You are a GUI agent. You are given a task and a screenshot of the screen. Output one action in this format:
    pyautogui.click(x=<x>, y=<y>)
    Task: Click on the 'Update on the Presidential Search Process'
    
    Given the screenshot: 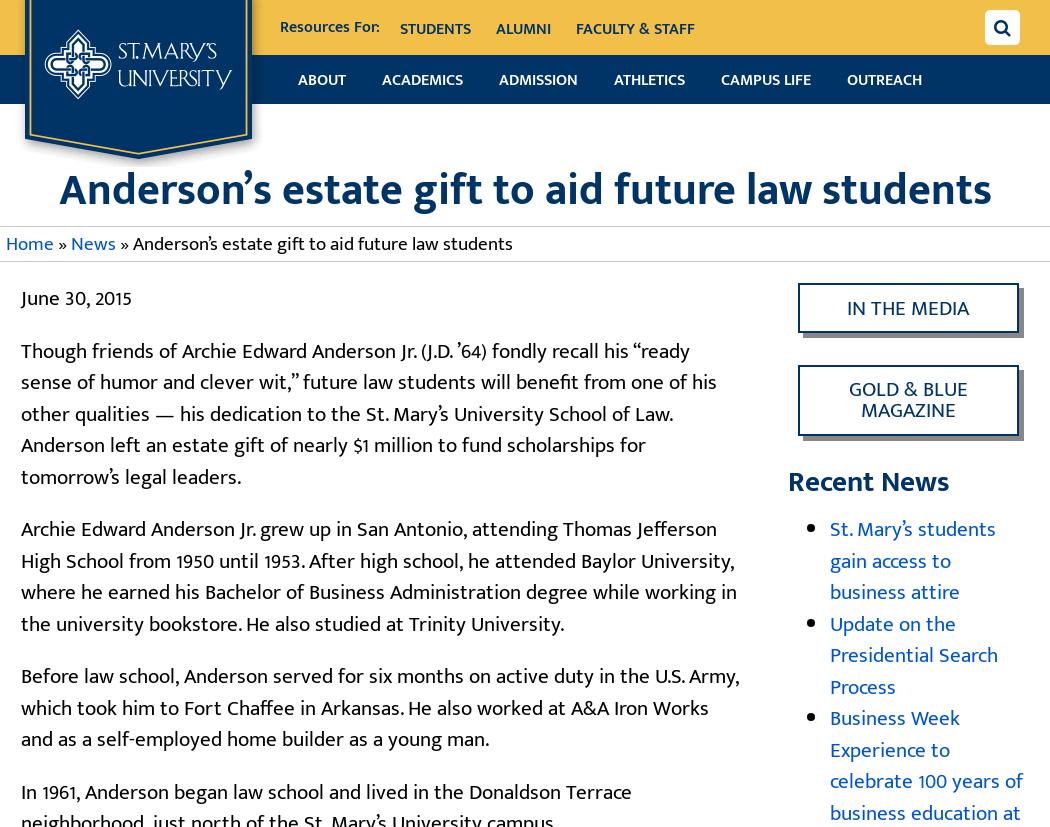 What is the action you would take?
    pyautogui.click(x=912, y=654)
    